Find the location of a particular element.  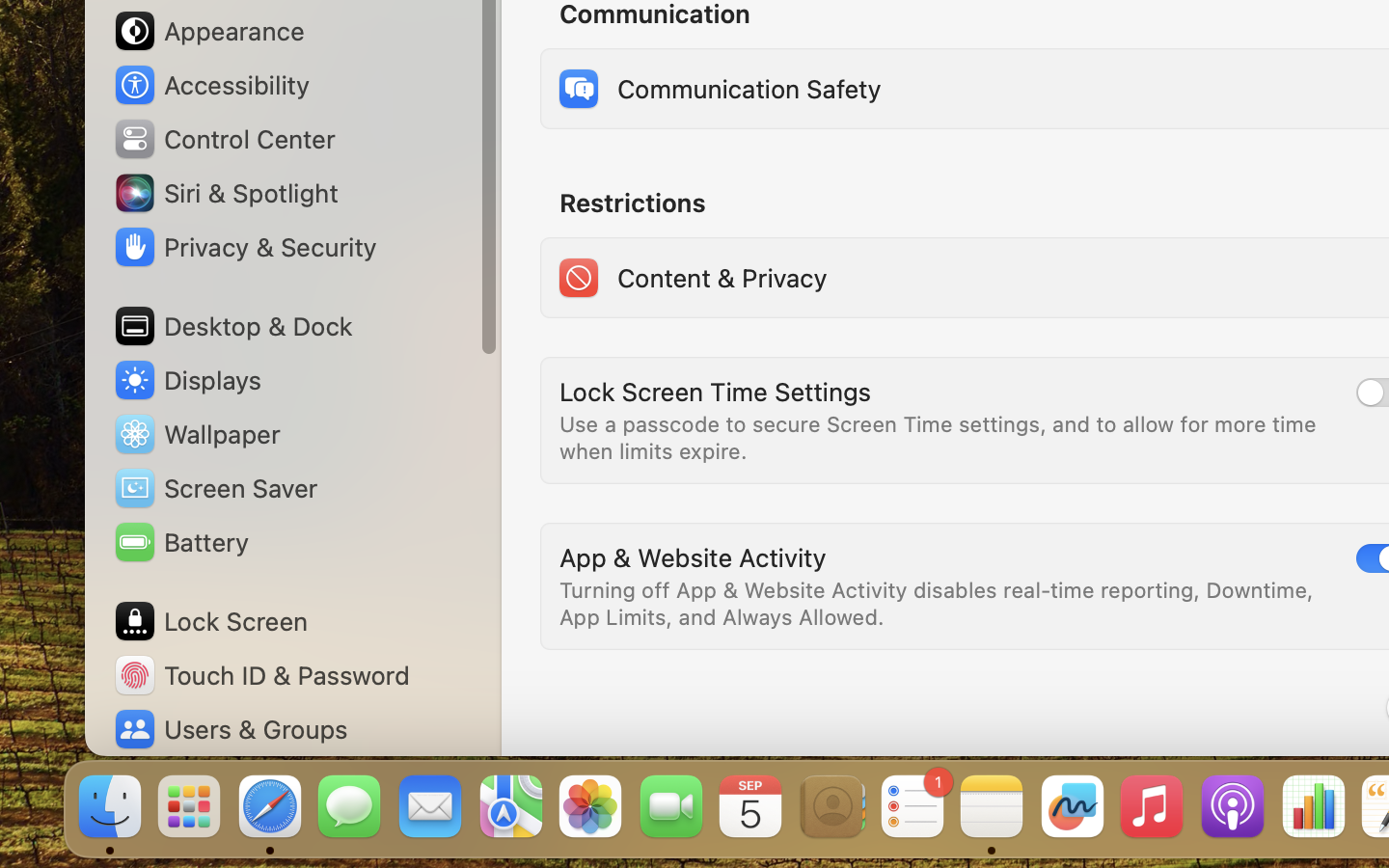

'Accessibility' is located at coordinates (211, 84).